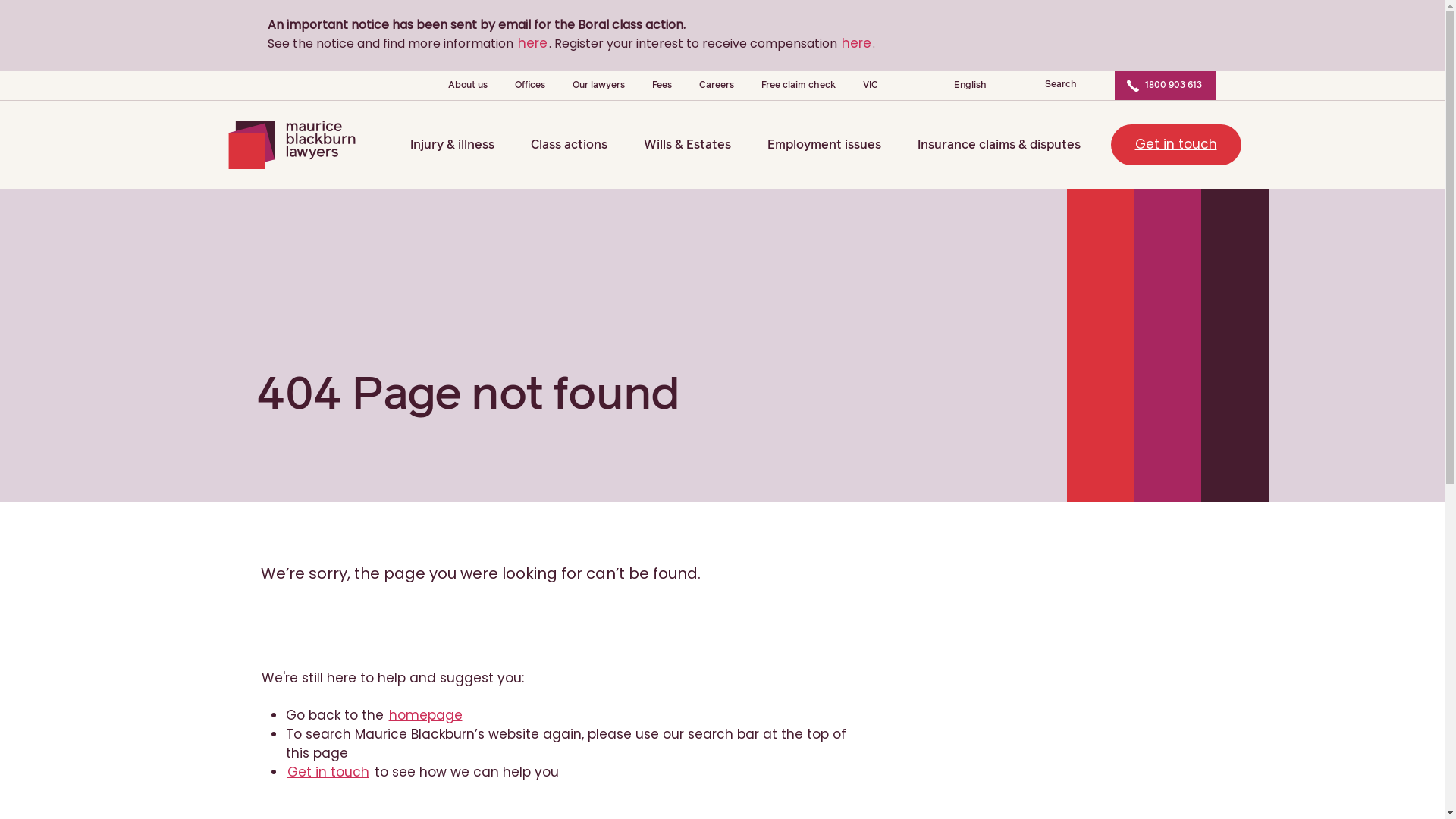  What do you see at coordinates (557, 85) in the screenshot?
I see `'Our lawyers'` at bounding box center [557, 85].